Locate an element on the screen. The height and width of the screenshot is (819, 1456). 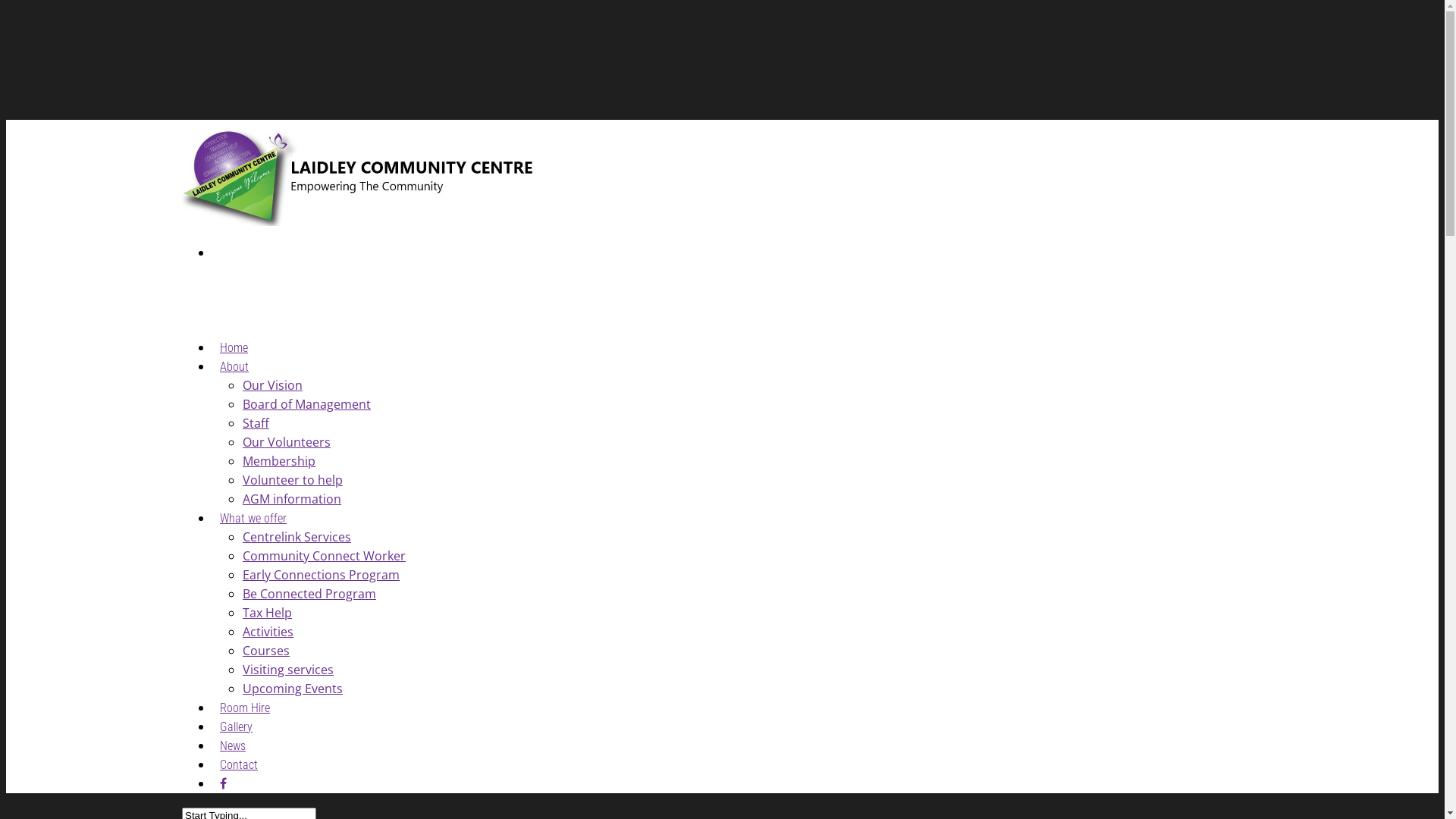
'What we offer' is located at coordinates (211, 521).